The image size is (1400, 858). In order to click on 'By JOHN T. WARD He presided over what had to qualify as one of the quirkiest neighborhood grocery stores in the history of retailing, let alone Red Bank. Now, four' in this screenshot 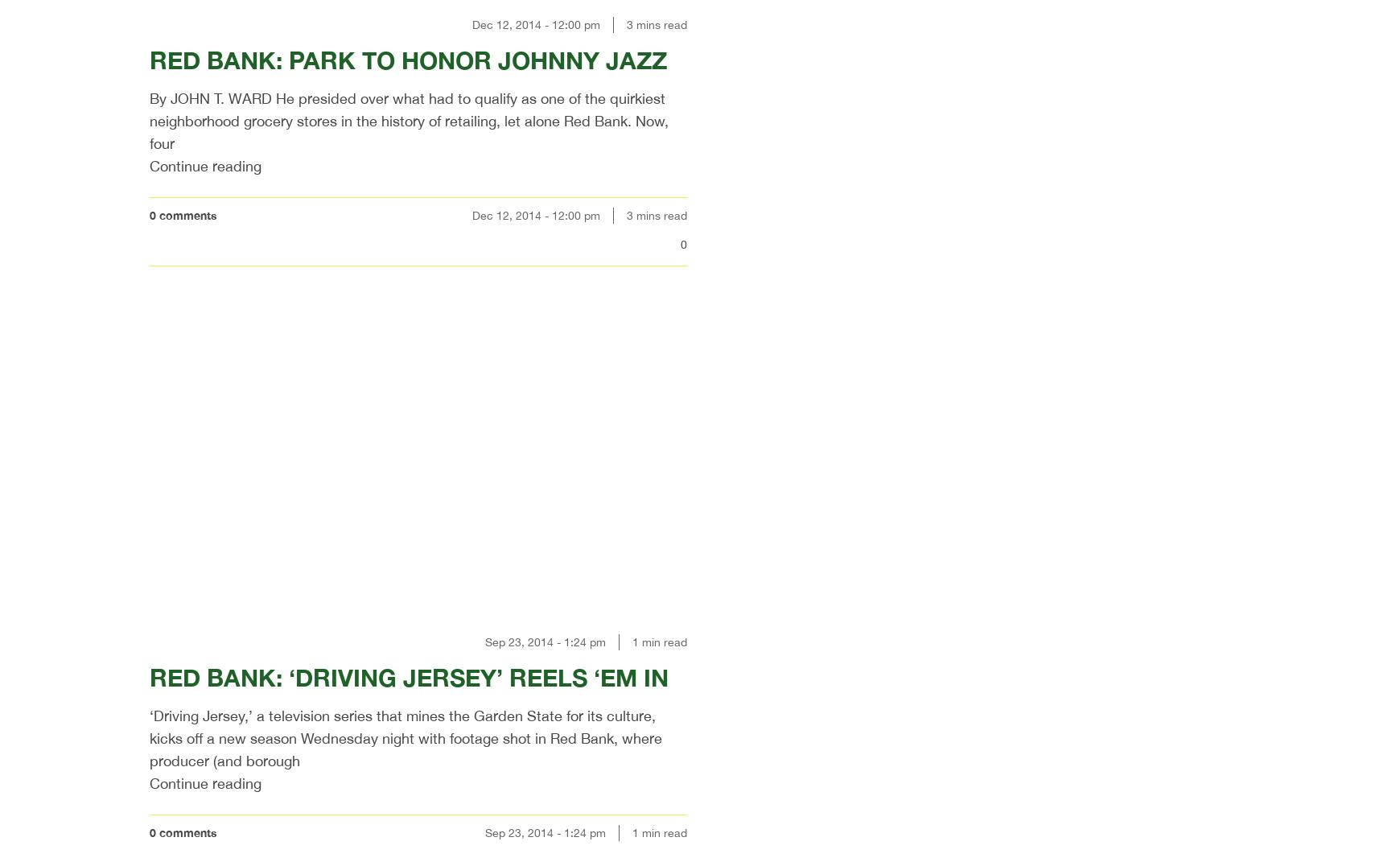, I will do `click(408, 120)`.